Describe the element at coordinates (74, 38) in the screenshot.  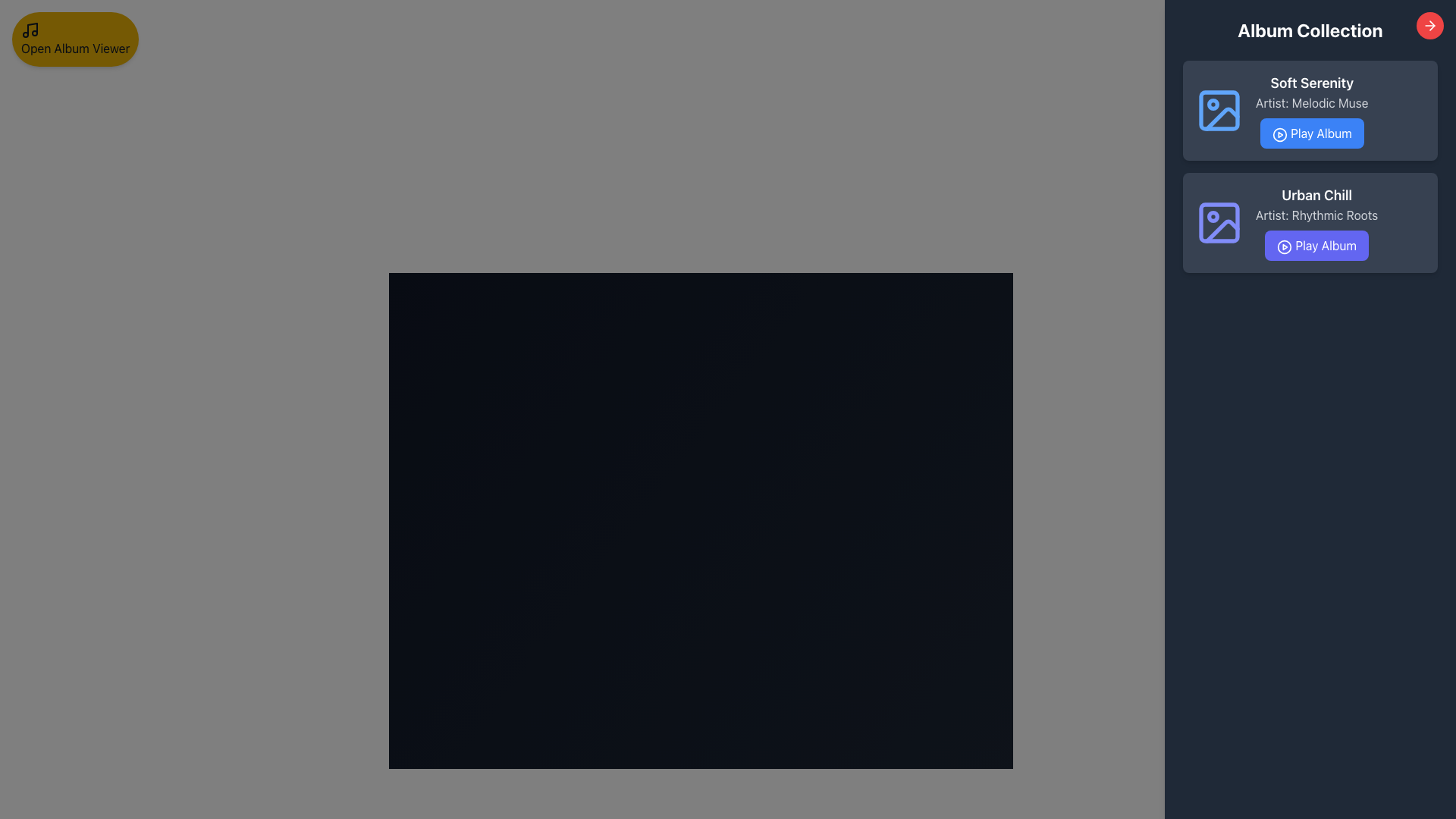
I see `the oval-shaped yellow button with a black musical note icon and the text 'Open Album Viewer'` at that location.